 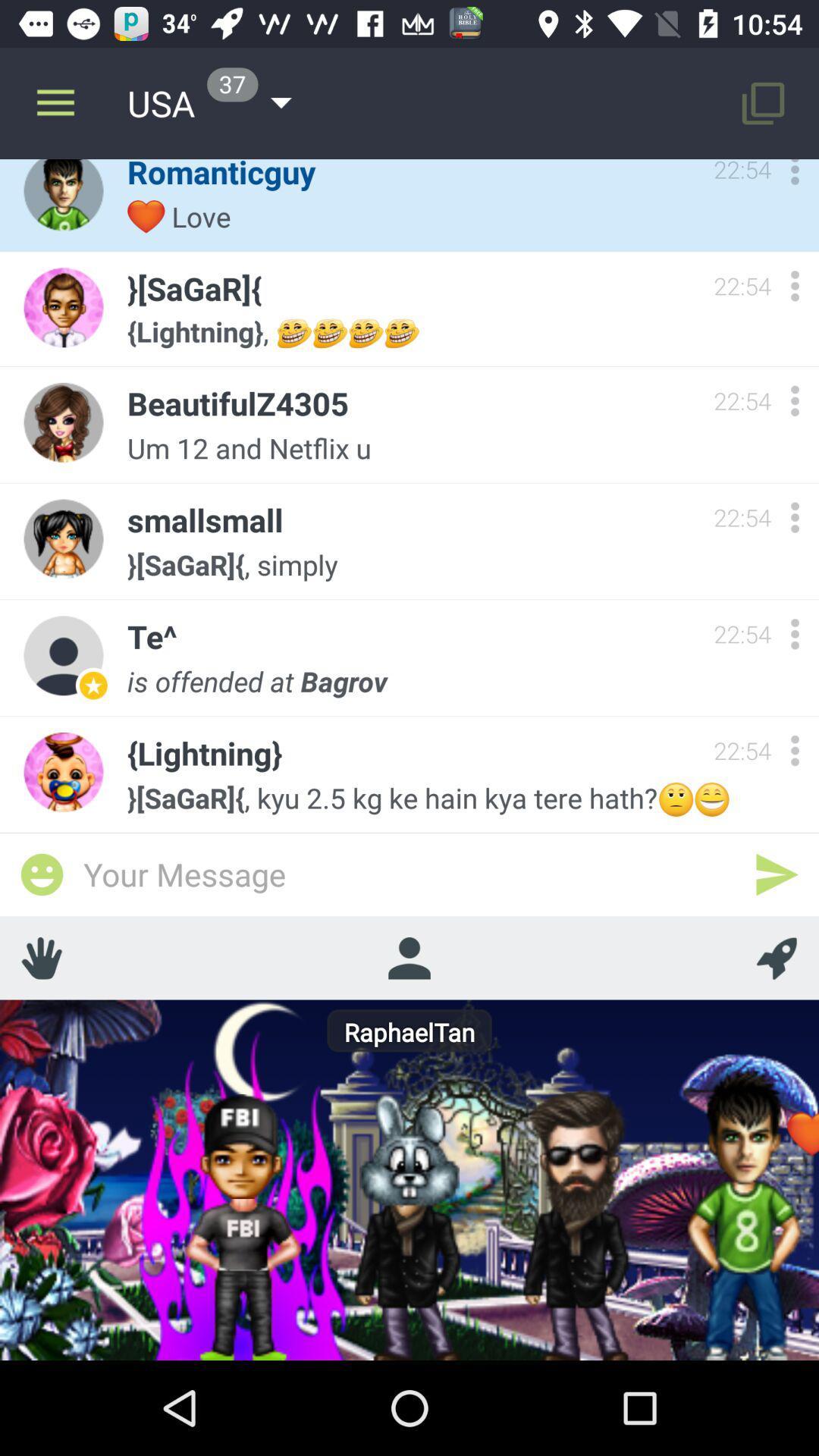 I want to click on the send icon, so click(x=777, y=874).